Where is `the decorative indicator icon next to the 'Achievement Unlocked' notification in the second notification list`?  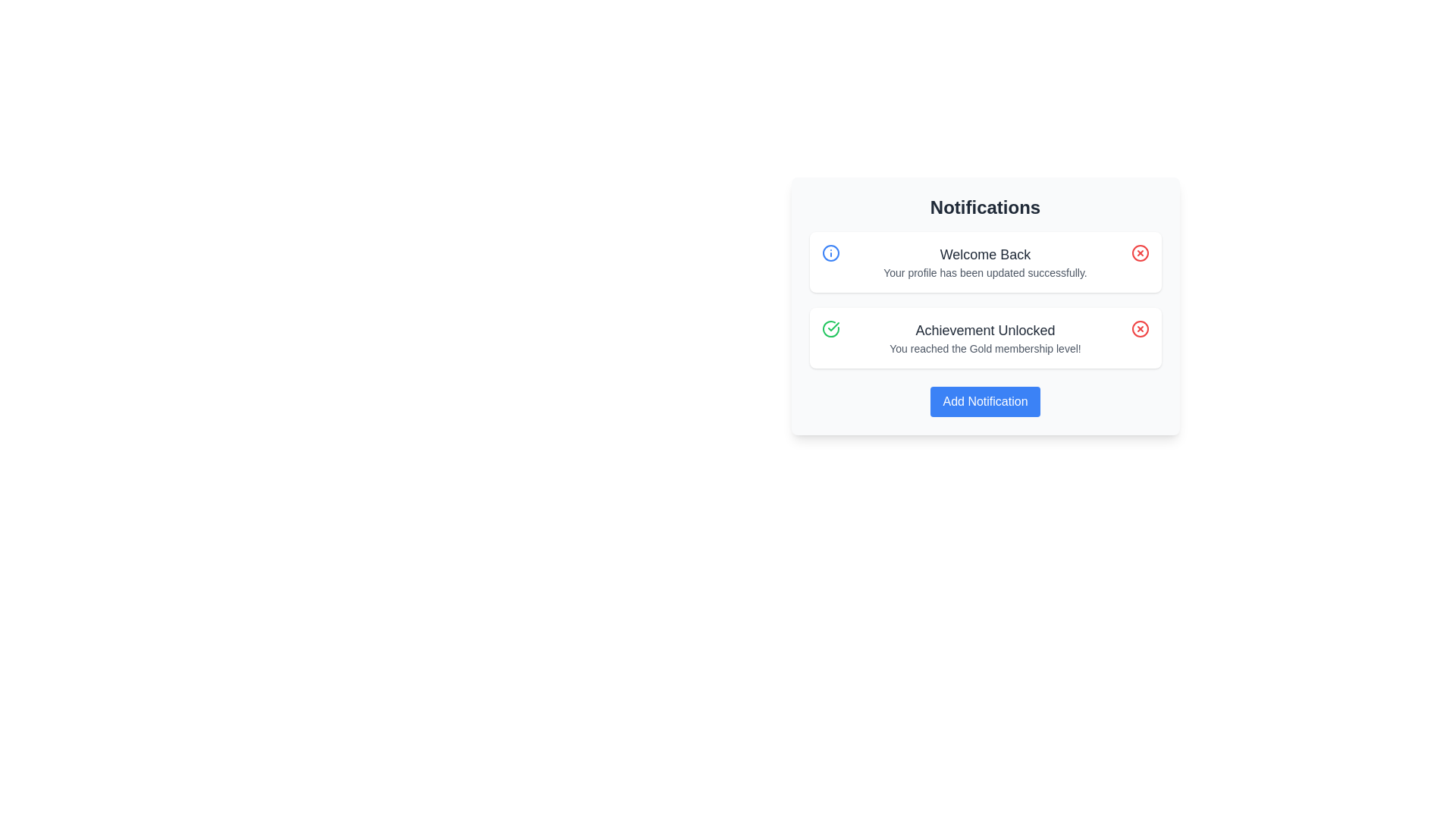
the decorative indicator icon next to the 'Achievement Unlocked' notification in the second notification list is located at coordinates (833, 326).